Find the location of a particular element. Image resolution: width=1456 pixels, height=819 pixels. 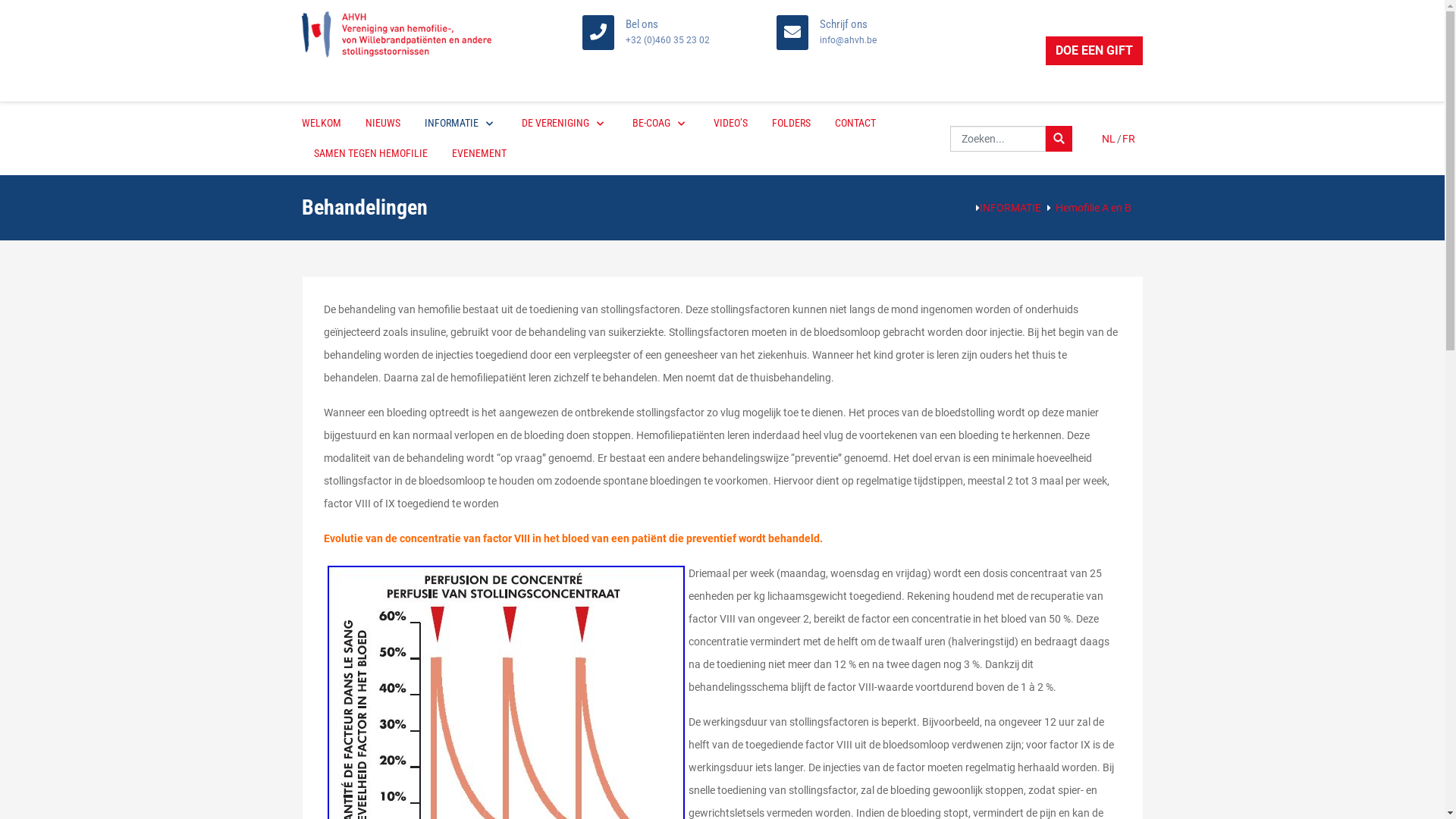

'CONTACT' is located at coordinates (855, 122).